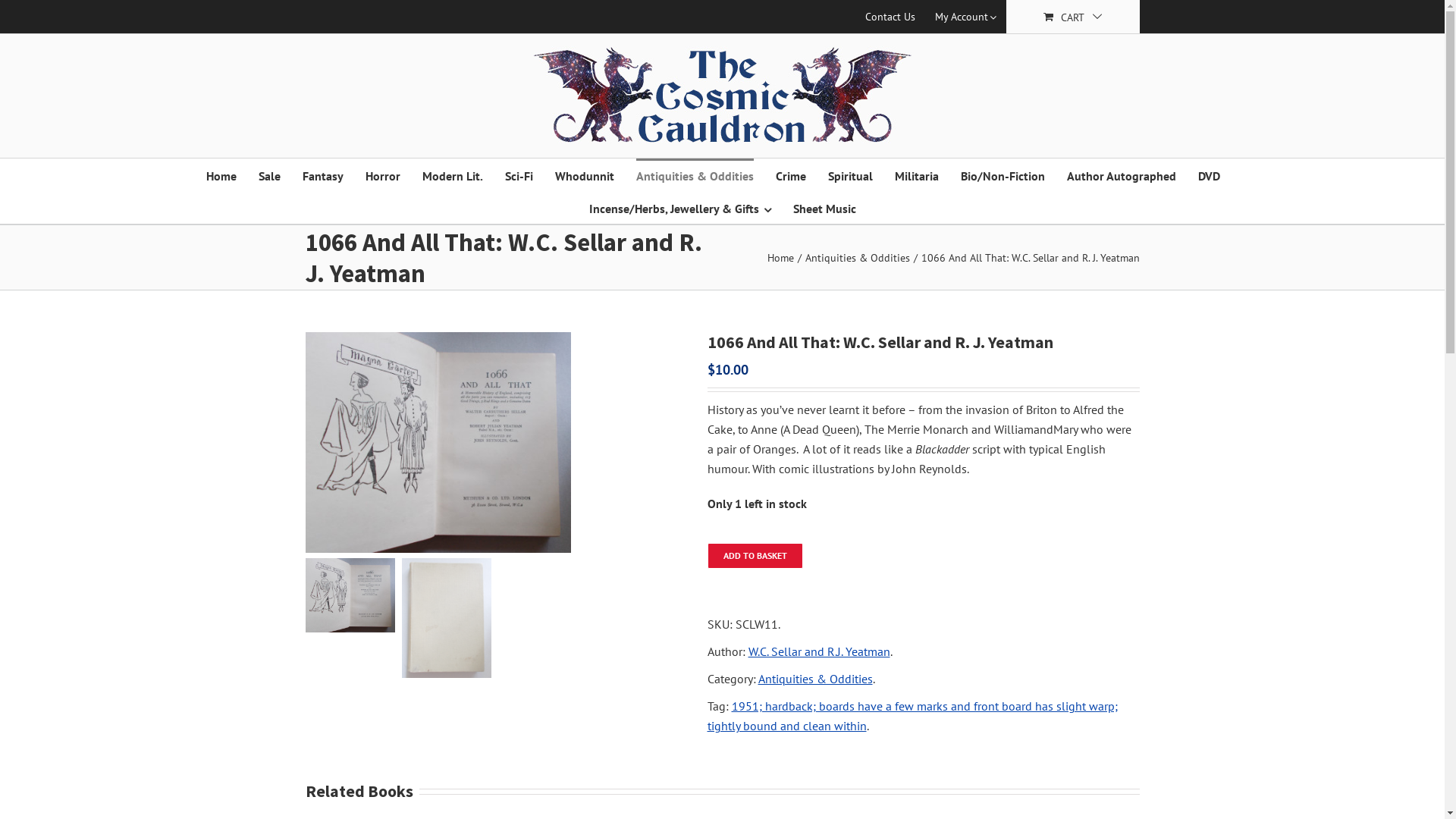 The width and height of the screenshot is (1456, 819). What do you see at coordinates (754, 555) in the screenshot?
I see `'ADD TO BASKET'` at bounding box center [754, 555].